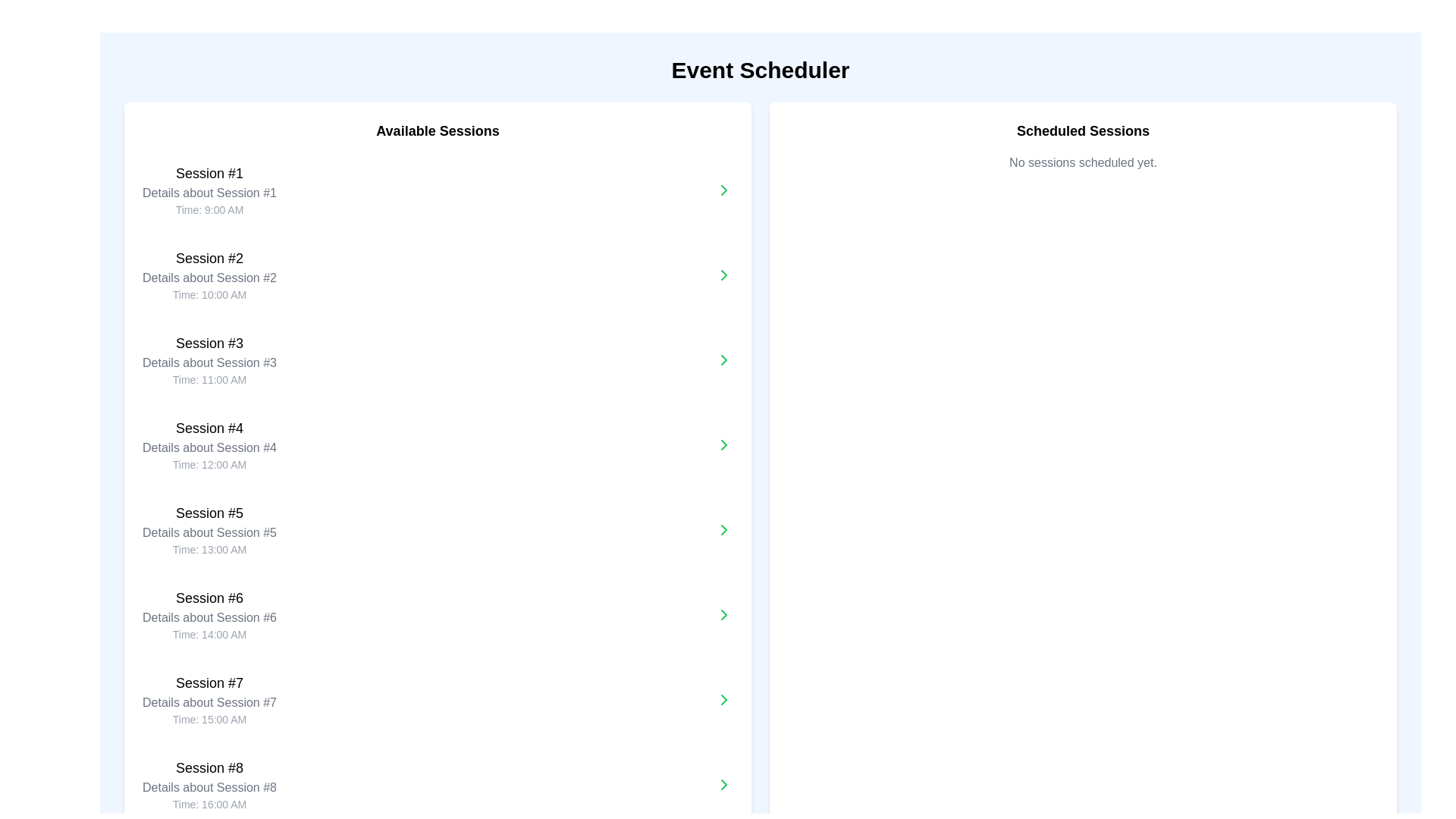 The height and width of the screenshot is (819, 1456). I want to click on the Icon Button located to the far right of the fourth session's information block in the 'Available Sessions' list, so click(723, 444).